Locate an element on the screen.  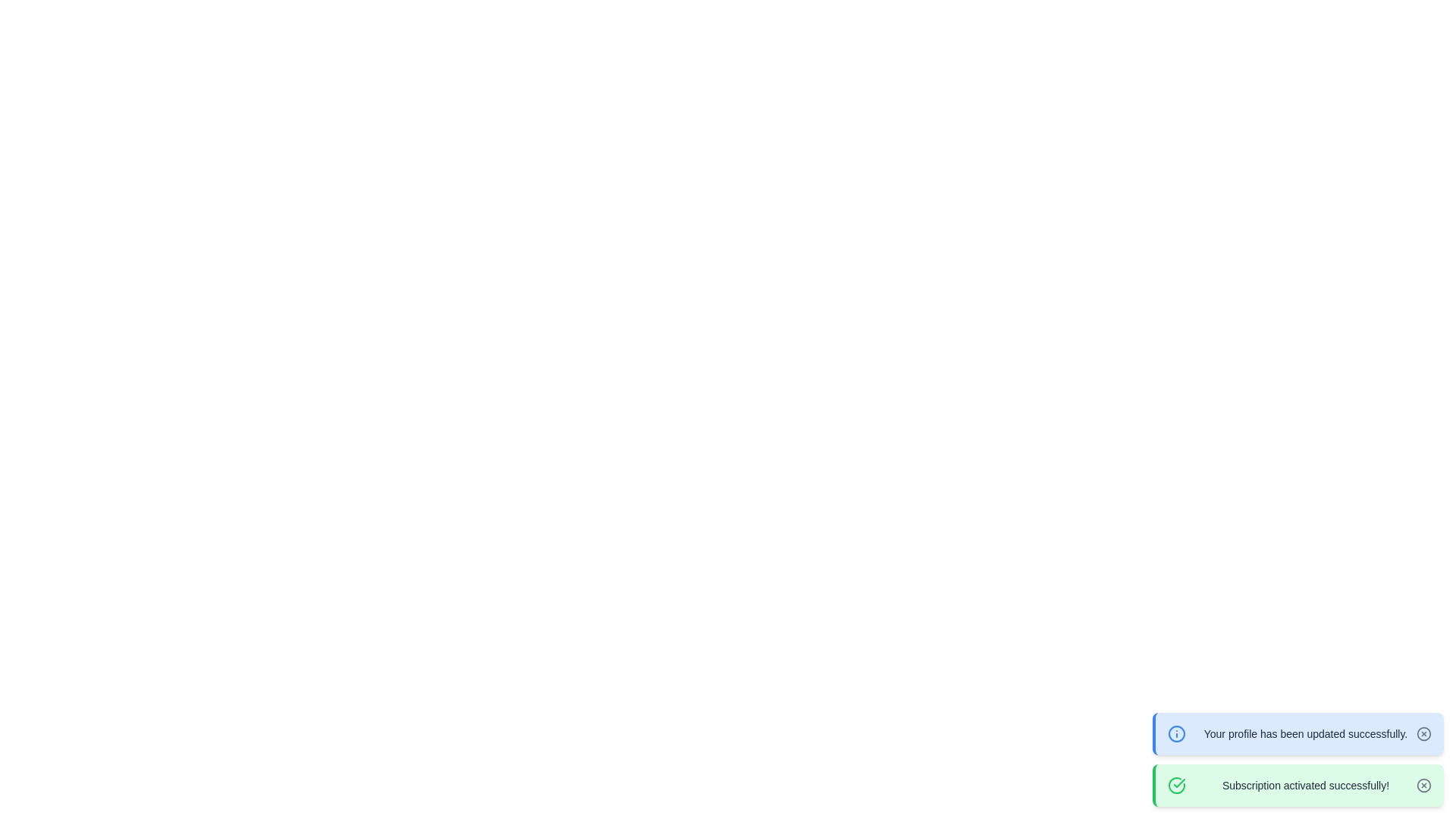
the 'X' icon on the notification banner with a light blue background that says 'Your profile has been updated successfully.' is located at coordinates (1298, 733).